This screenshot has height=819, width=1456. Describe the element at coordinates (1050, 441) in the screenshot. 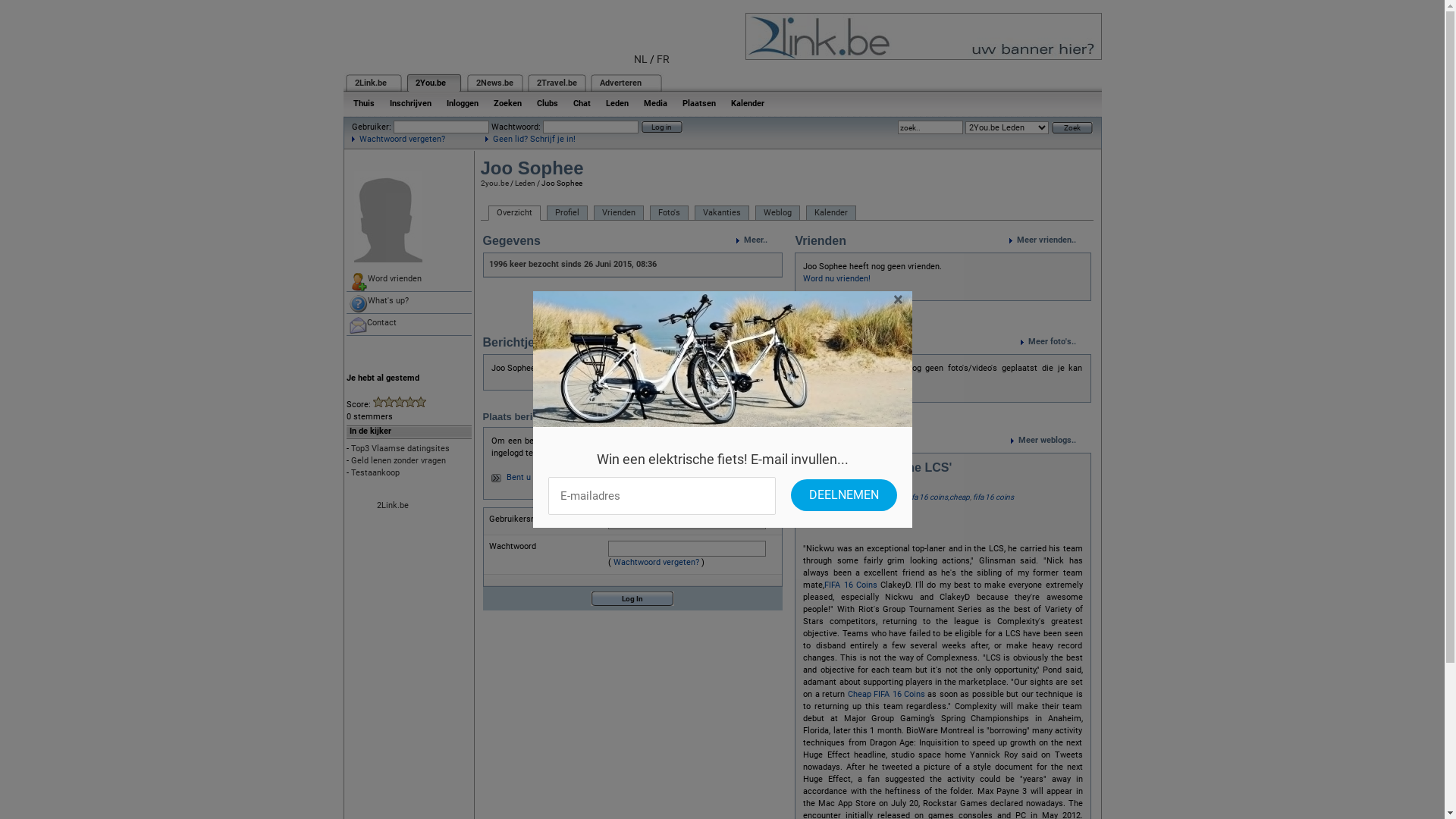

I see `'Meer weblogs..'` at that location.